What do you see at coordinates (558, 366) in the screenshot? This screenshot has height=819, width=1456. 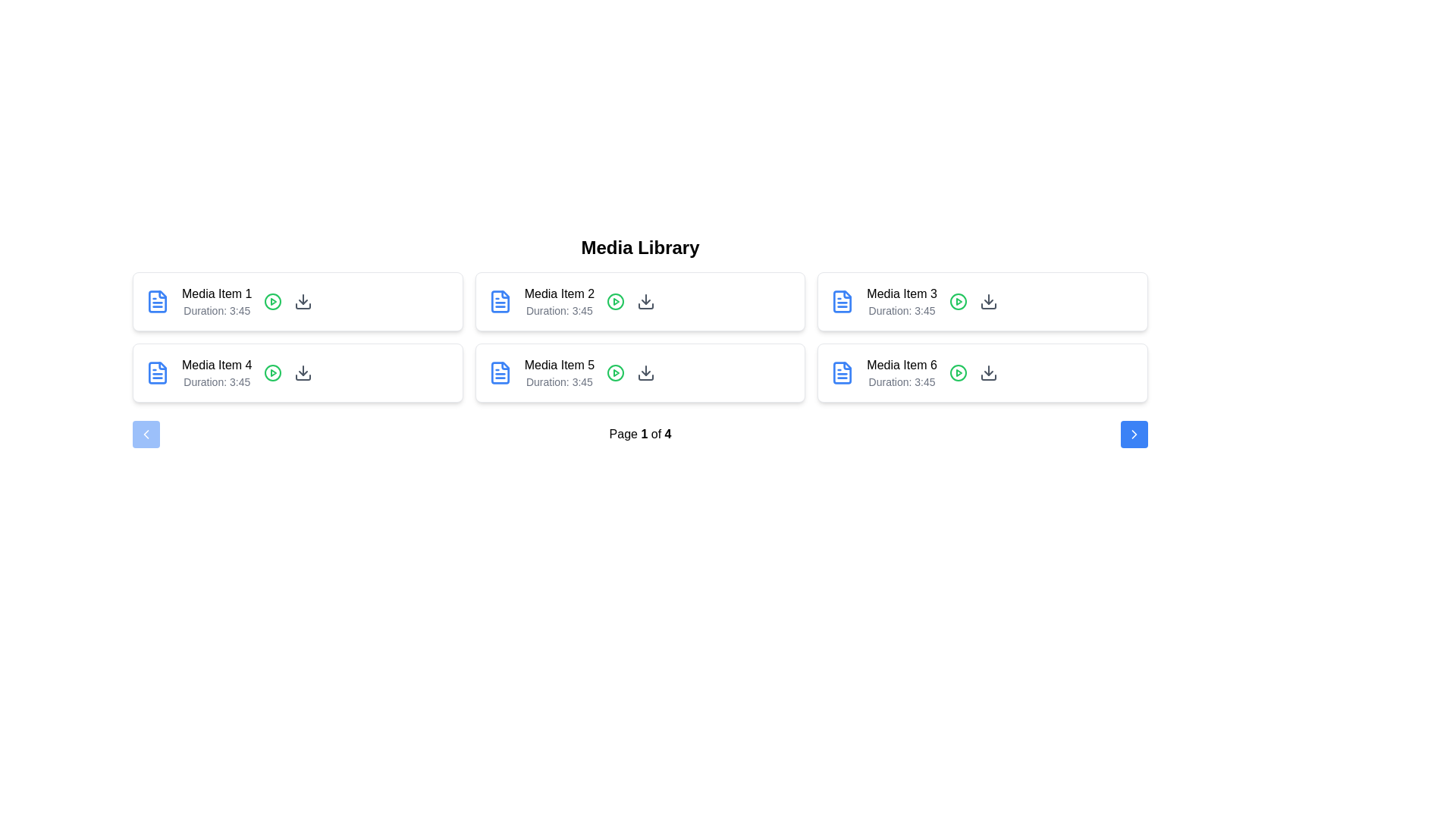 I see `the text display element labeled 'Media Item 5', which is styled with a medium-weight font and positioned at the top of the second row in a grid layout` at bounding box center [558, 366].